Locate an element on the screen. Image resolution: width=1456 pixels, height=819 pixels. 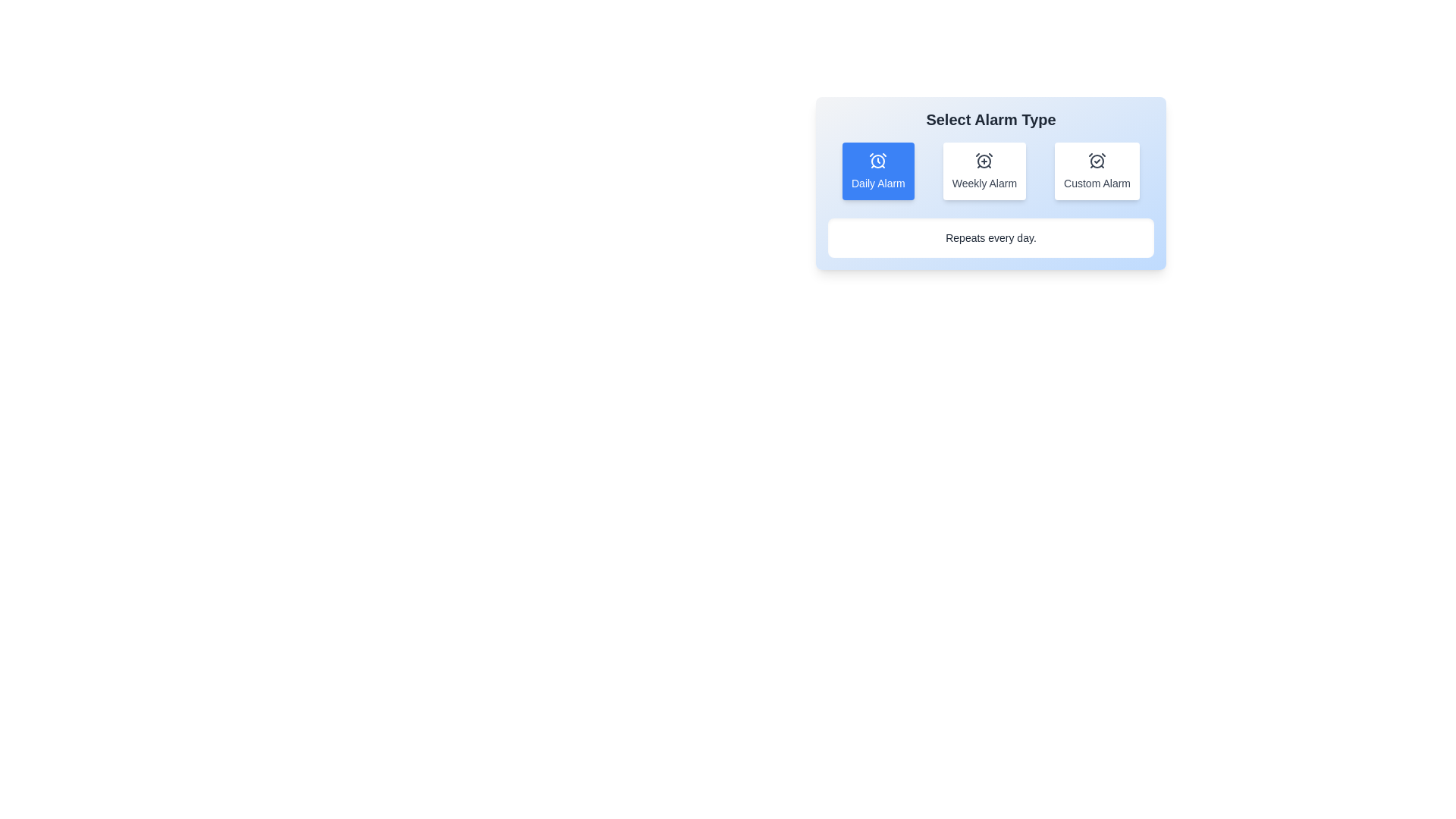
the alarm type Custom Alarm by clicking on the corresponding button is located at coordinates (1097, 171).